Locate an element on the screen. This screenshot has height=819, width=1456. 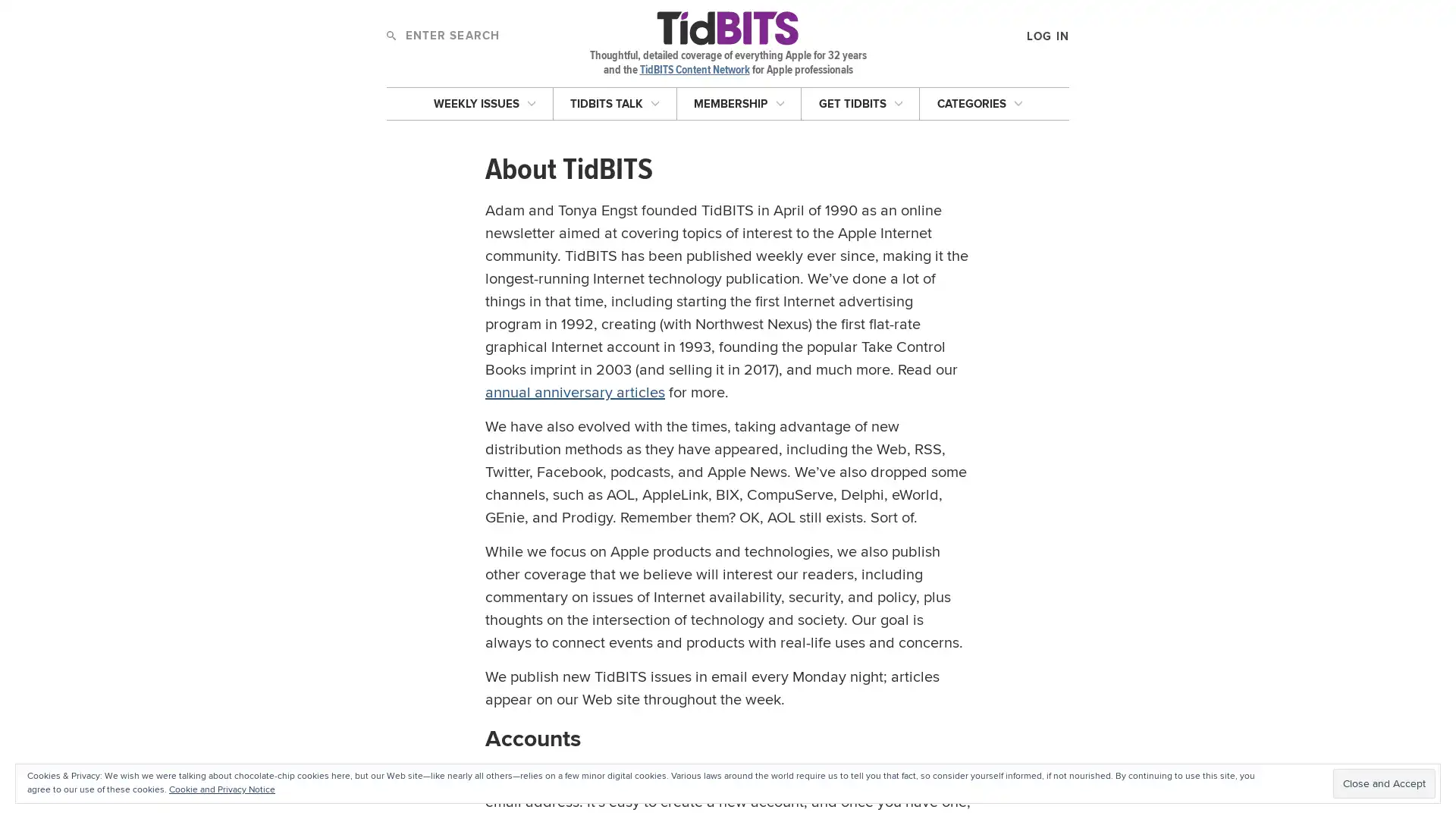
MEMBERSHIP is located at coordinates (739, 102).